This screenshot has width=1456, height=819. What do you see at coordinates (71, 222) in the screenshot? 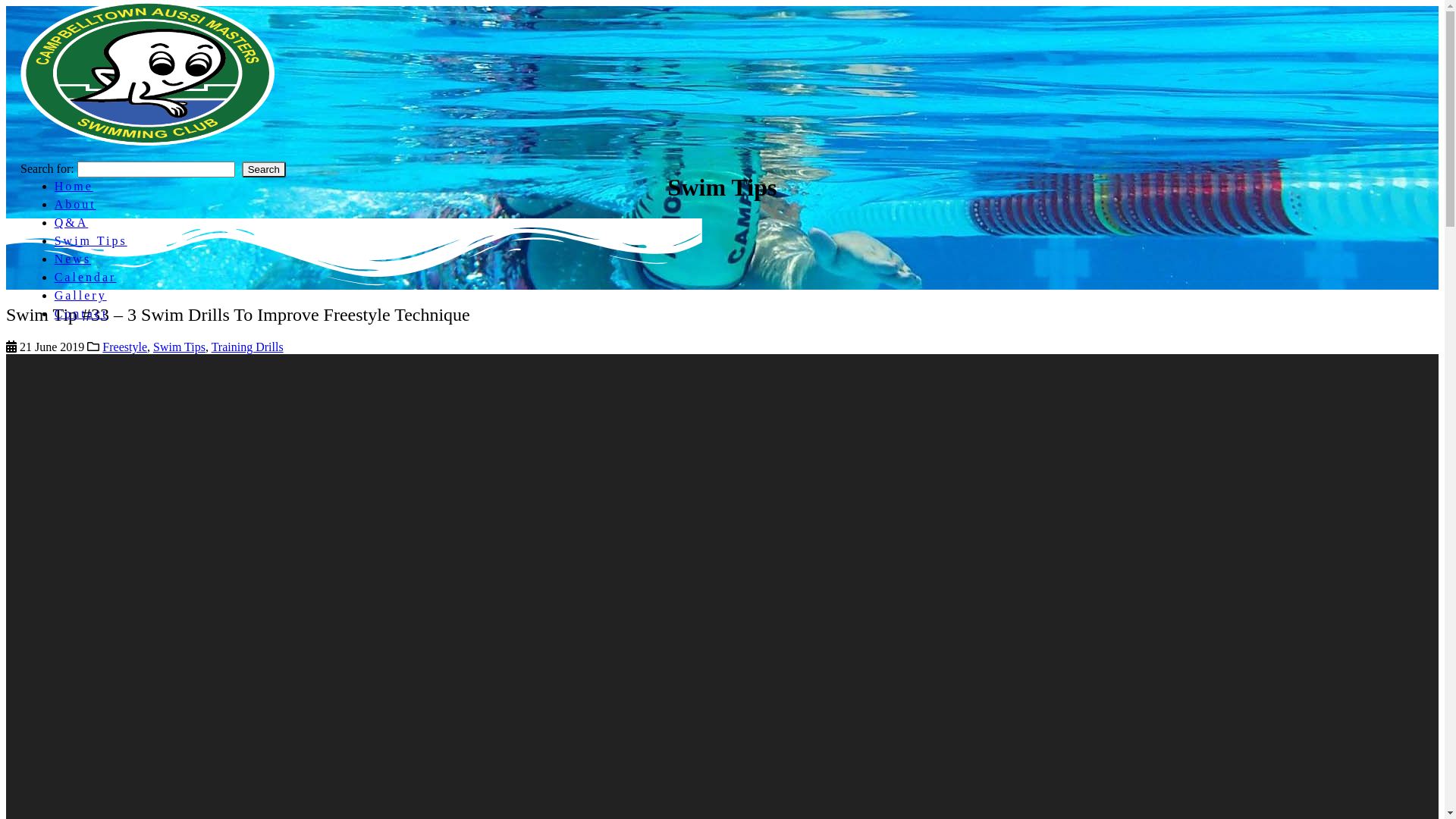
I see `'Q&A'` at bounding box center [71, 222].